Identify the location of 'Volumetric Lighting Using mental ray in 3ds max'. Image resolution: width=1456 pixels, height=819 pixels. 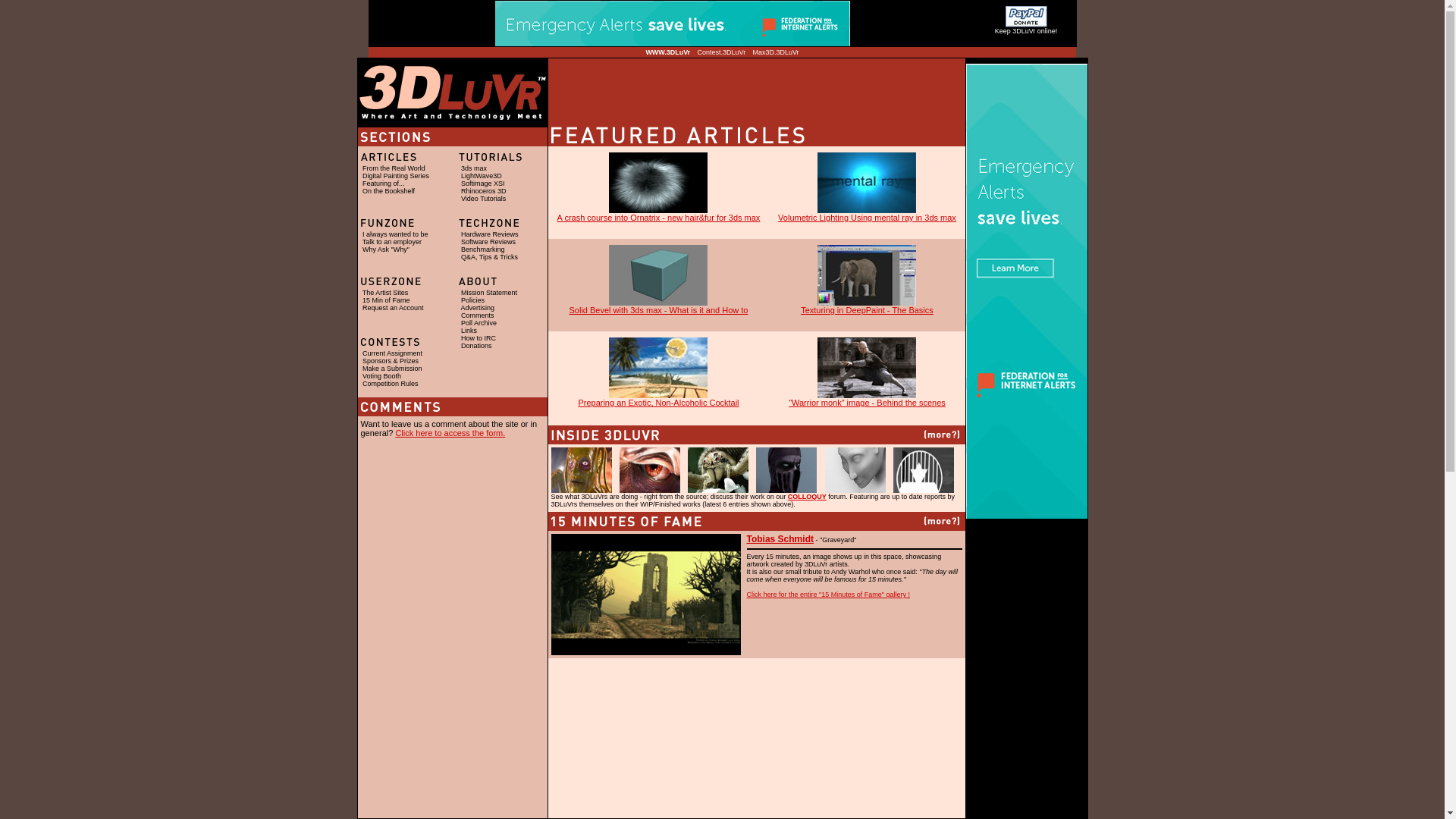
(867, 213).